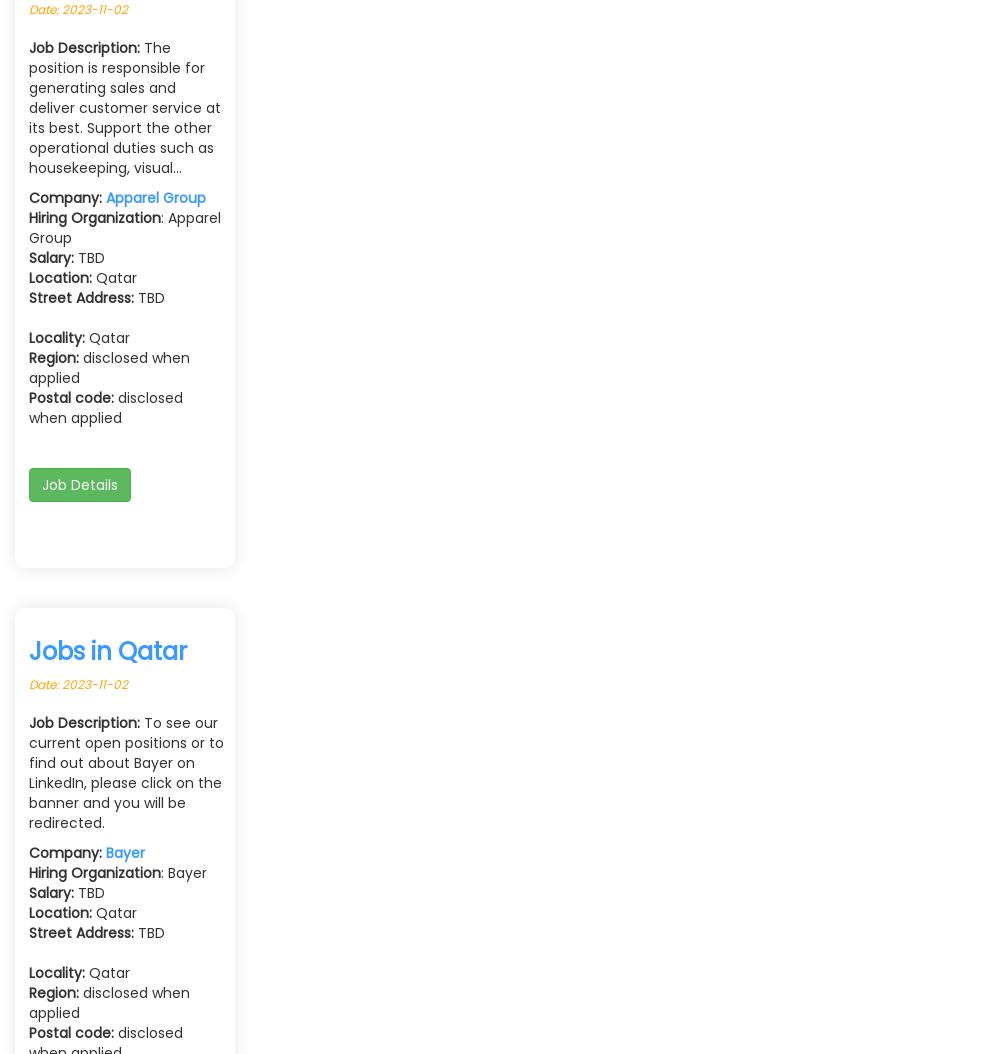  What do you see at coordinates (79, 484) in the screenshot?
I see `'Job Details'` at bounding box center [79, 484].